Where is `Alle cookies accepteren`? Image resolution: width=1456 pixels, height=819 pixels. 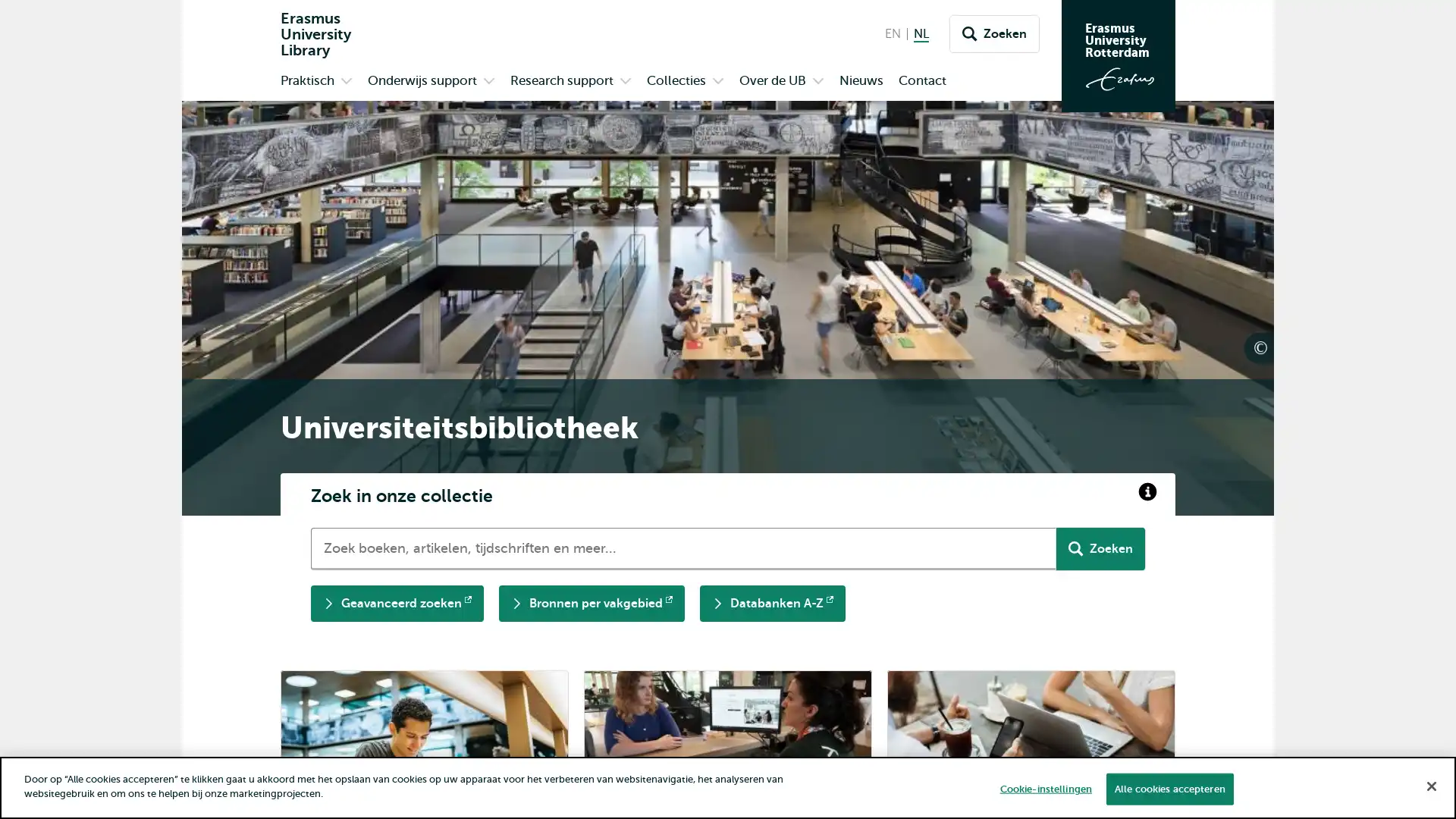 Alle cookies accepteren is located at coordinates (1168, 788).